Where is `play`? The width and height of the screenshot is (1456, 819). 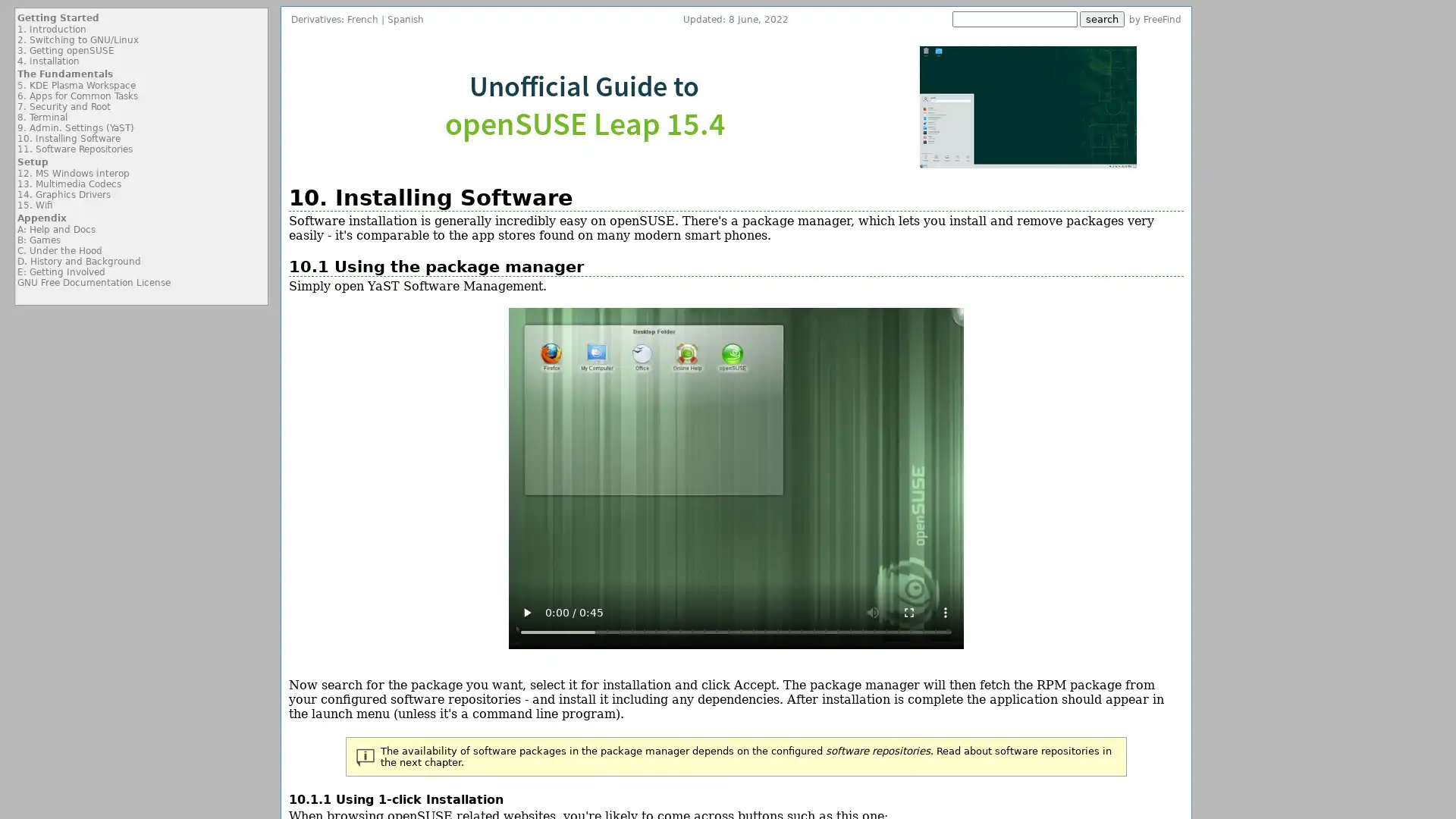 play is located at coordinates (526, 611).